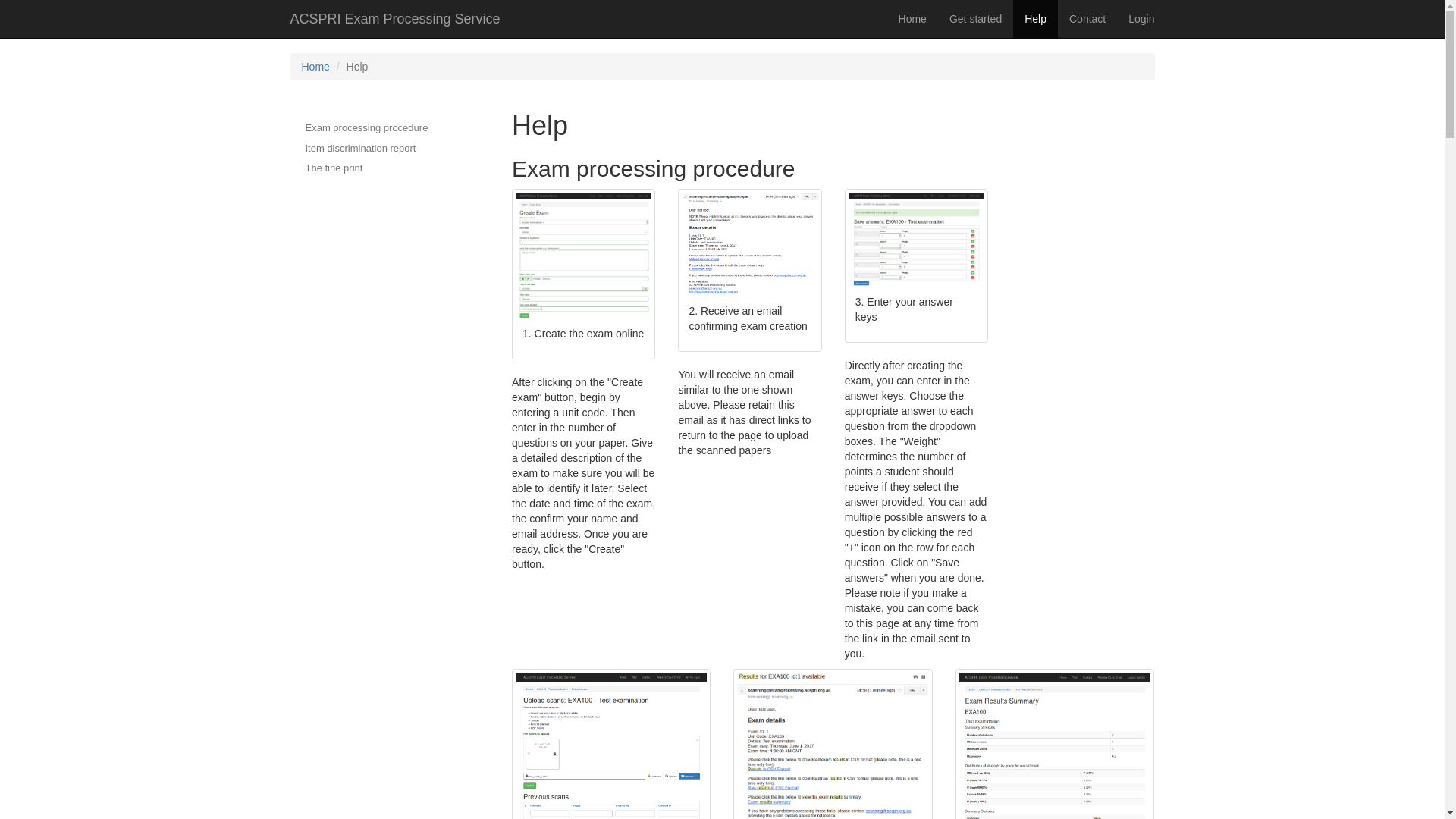 This screenshot has width=1456, height=819. Describe the element at coordinates (395, 18) in the screenshot. I see `'ACSPRI Exam Processing Service'` at that location.